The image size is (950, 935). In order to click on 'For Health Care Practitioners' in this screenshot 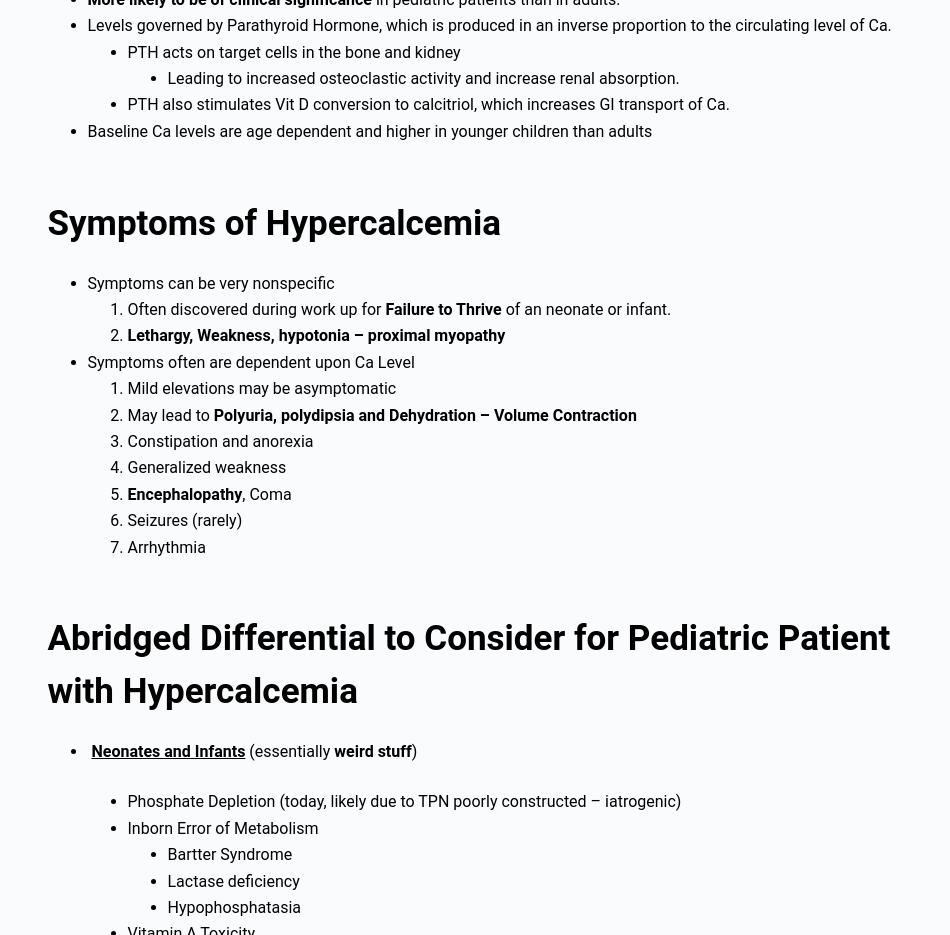, I will do `click(151, 885)`.